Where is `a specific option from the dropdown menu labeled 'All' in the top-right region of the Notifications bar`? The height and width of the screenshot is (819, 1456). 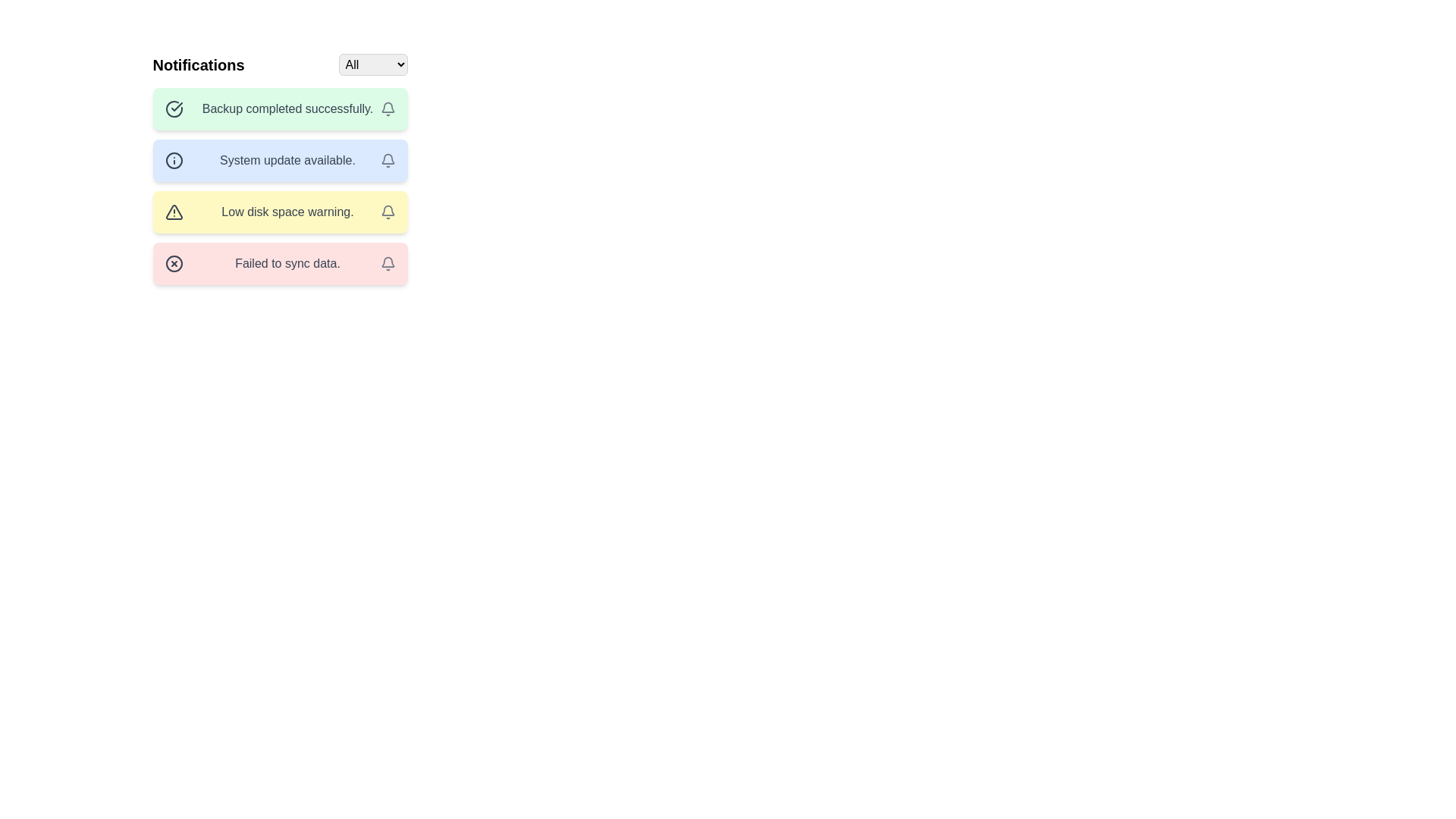 a specific option from the dropdown menu labeled 'All' in the top-right region of the Notifications bar is located at coordinates (372, 63).